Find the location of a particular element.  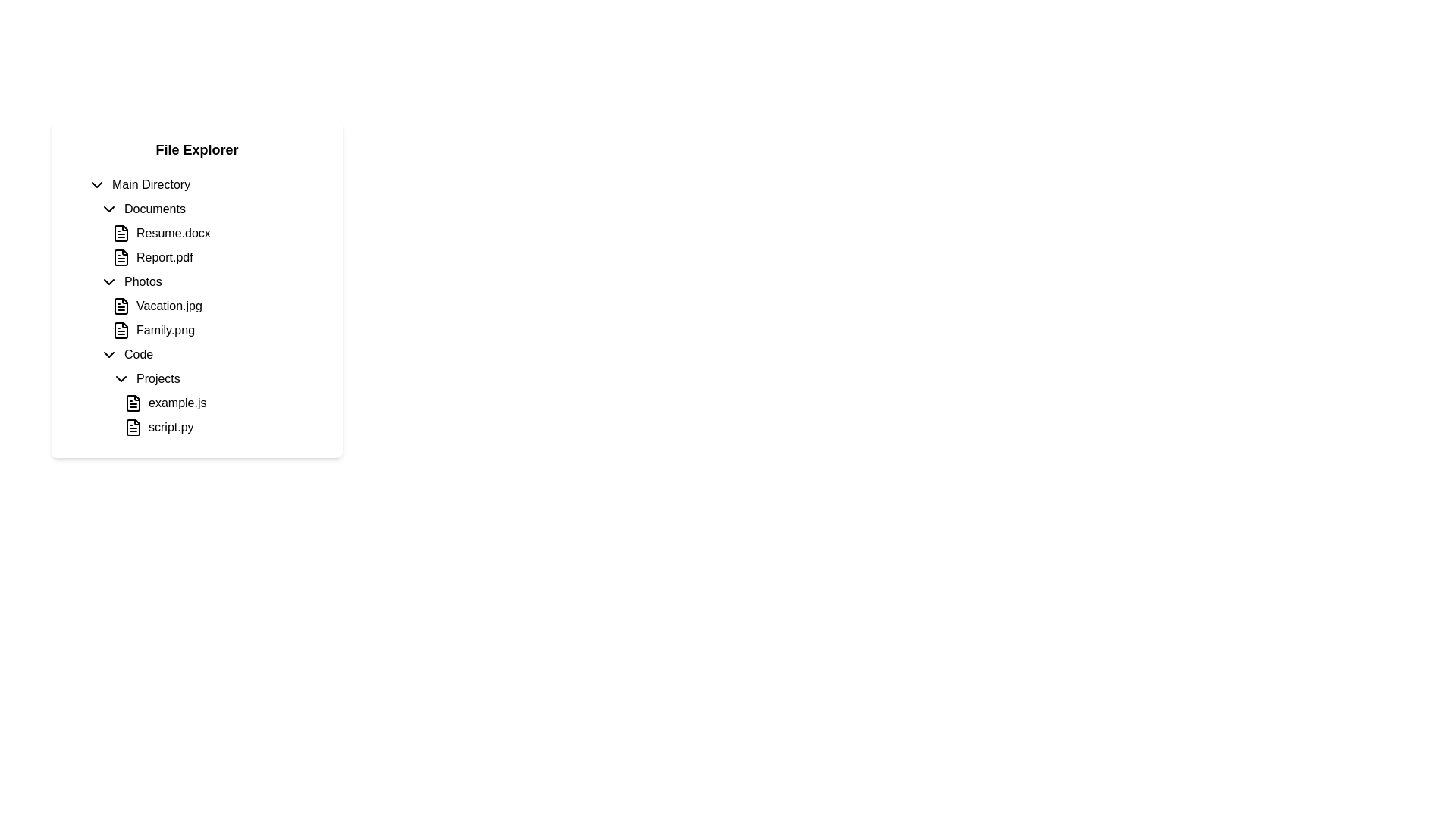

the 'Projects' text label to expand or collapse its subdirectories, which is located below 'Code' and above 'example.js' and 'script.py' is located at coordinates (158, 378).